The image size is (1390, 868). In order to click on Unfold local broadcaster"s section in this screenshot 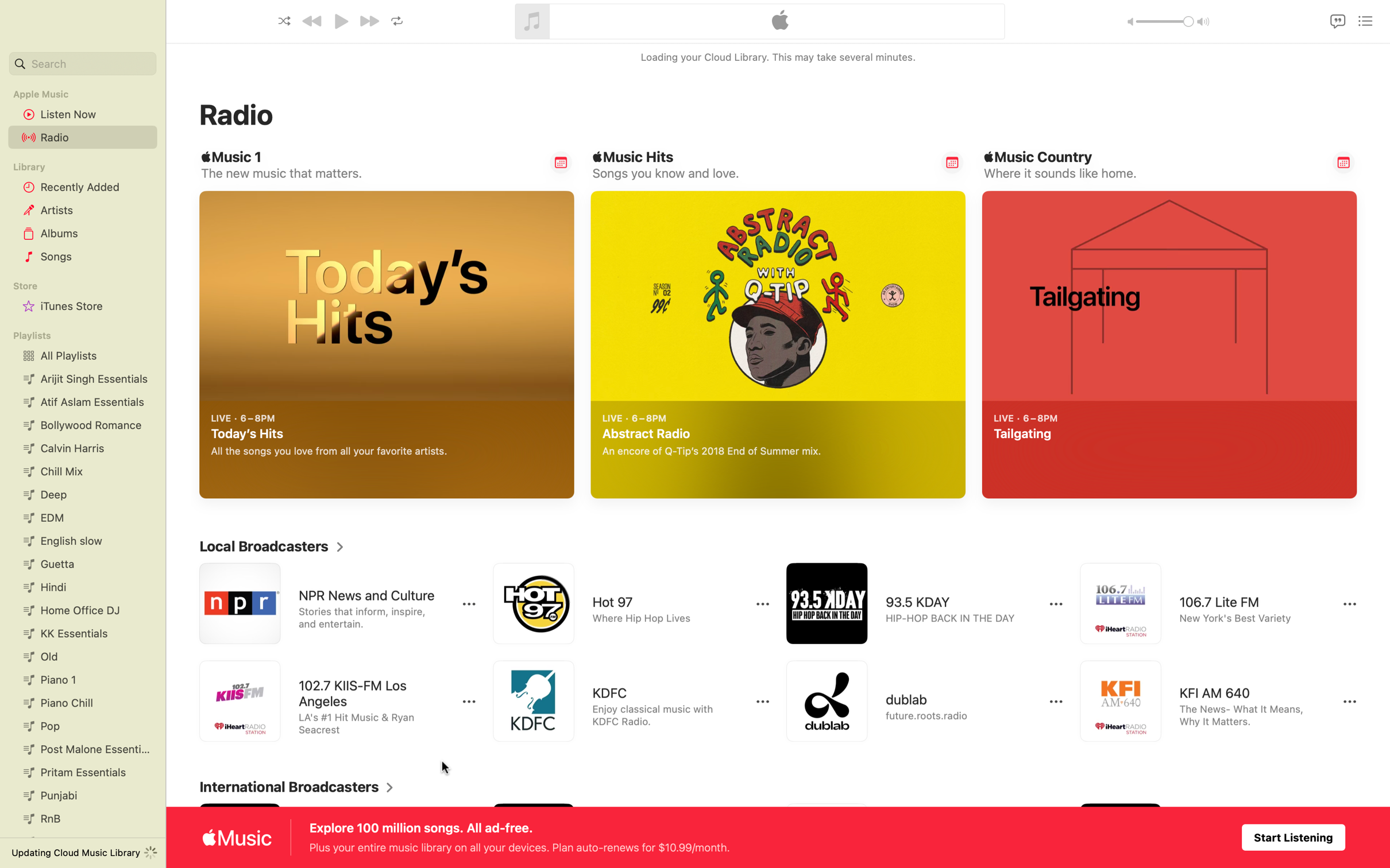, I will do `click(271, 546)`.